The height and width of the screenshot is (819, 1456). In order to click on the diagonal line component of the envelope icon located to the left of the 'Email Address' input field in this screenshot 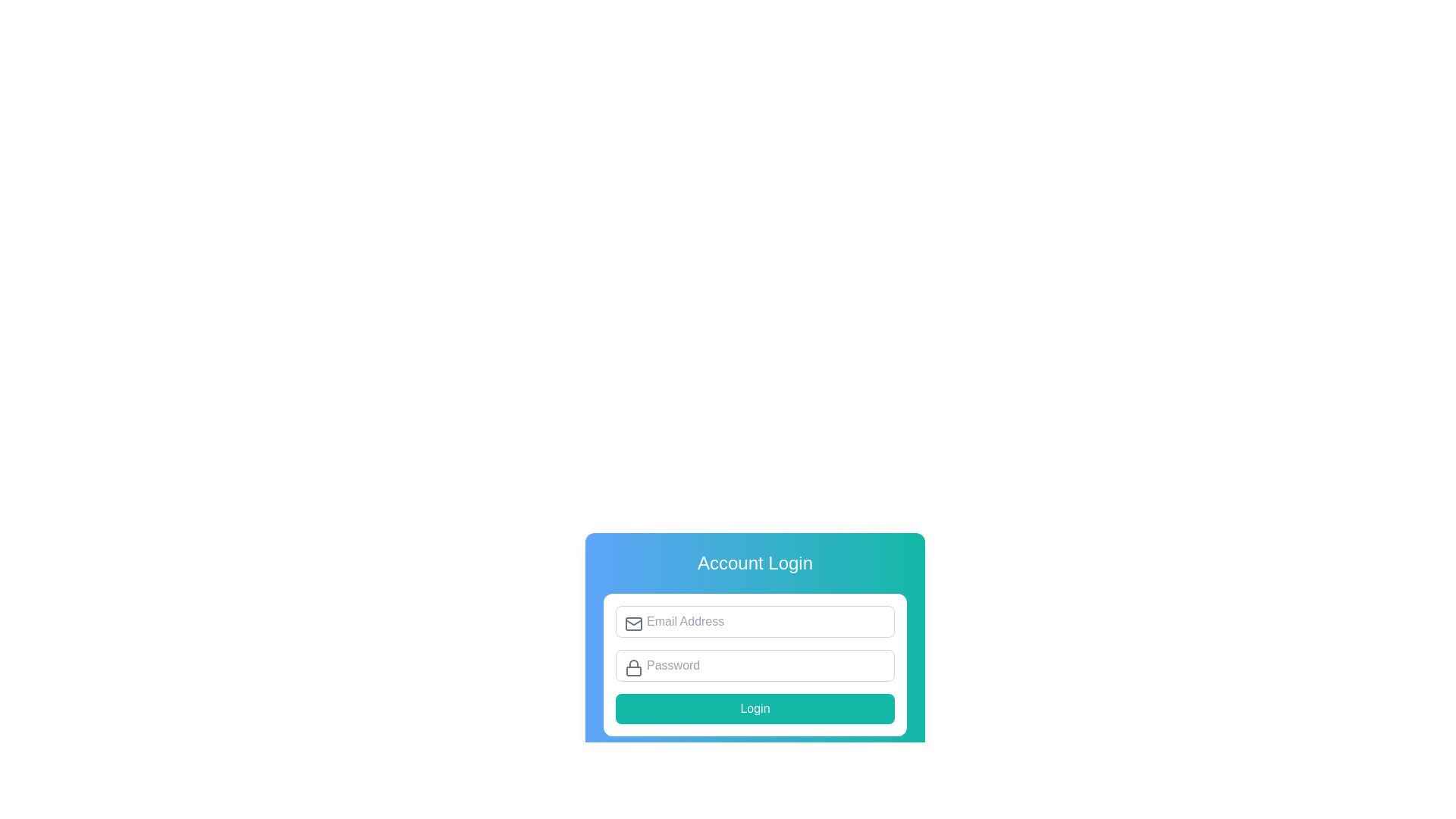, I will do `click(633, 622)`.